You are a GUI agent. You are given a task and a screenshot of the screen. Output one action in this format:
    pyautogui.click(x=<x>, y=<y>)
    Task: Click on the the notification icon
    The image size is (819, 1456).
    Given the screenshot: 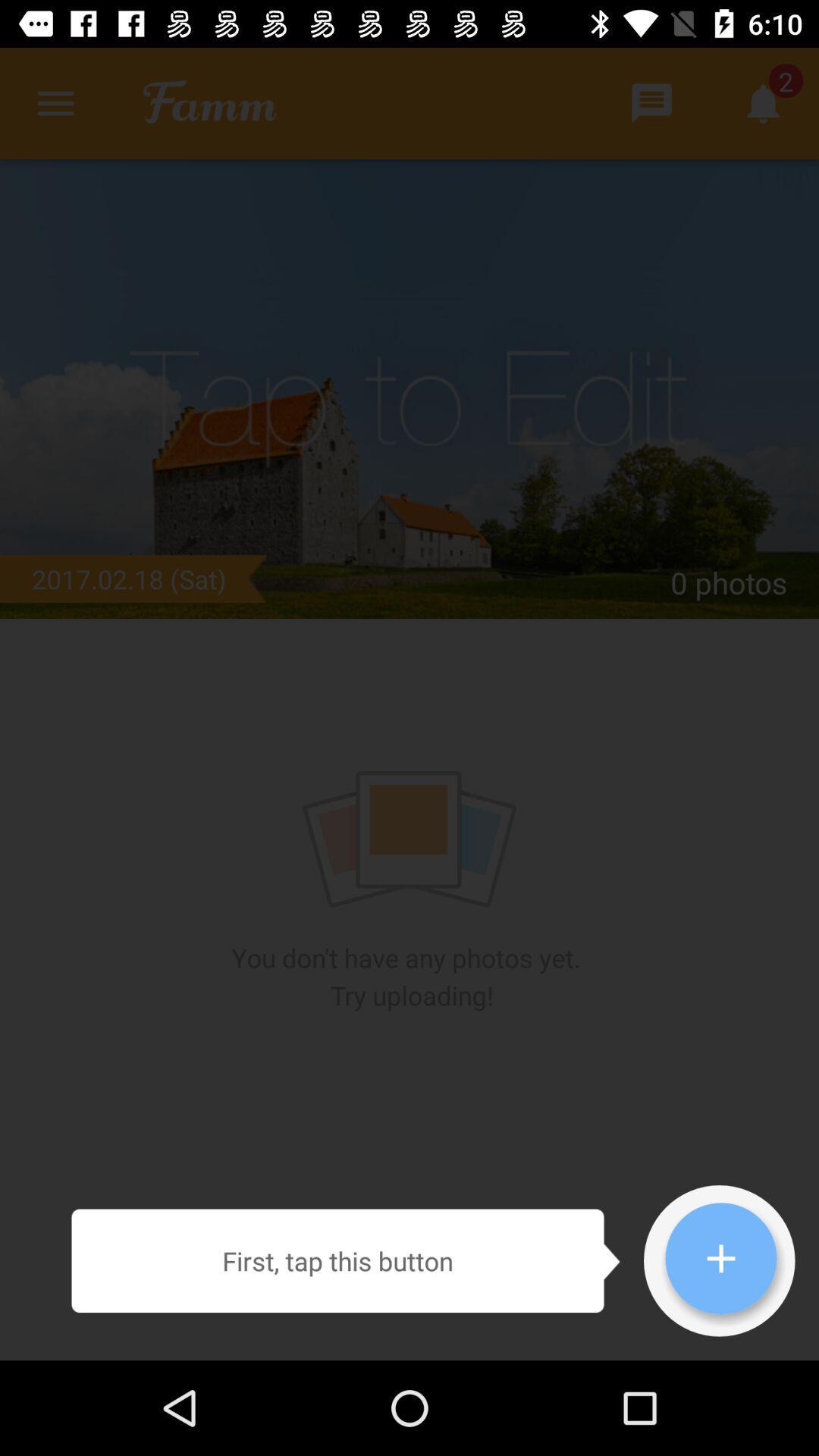 What is the action you would take?
    pyautogui.click(x=763, y=102)
    